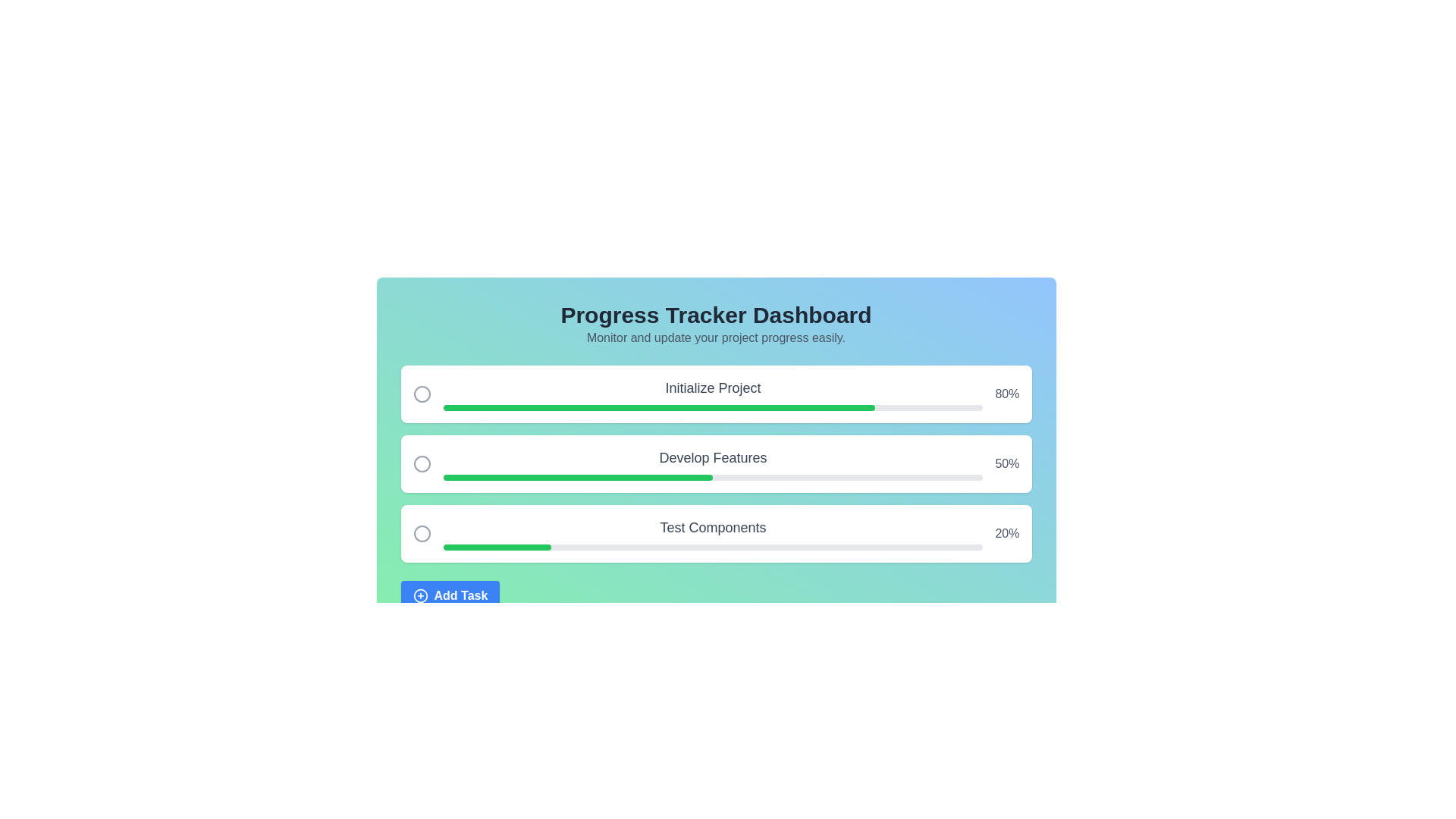 Image resolution: width=1456 pixels, height=819 pixels. What do you see at coordinates (422, 394) in the screenshot?
I see `the circular icon with a gray border and transparent center, located to the left of the 'Initialize Project' text label` at bounding box center [422, 394].